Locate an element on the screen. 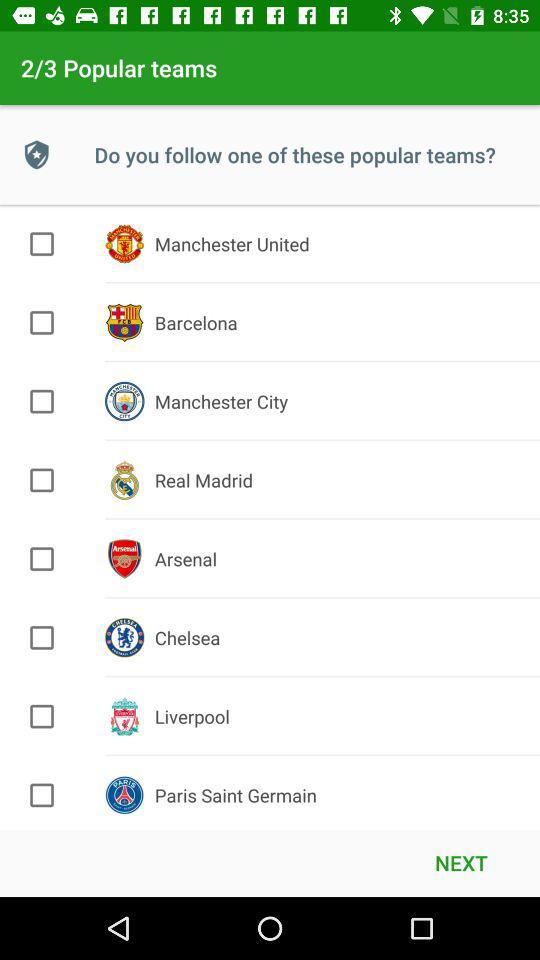  button is located at coordinates (42, 559).